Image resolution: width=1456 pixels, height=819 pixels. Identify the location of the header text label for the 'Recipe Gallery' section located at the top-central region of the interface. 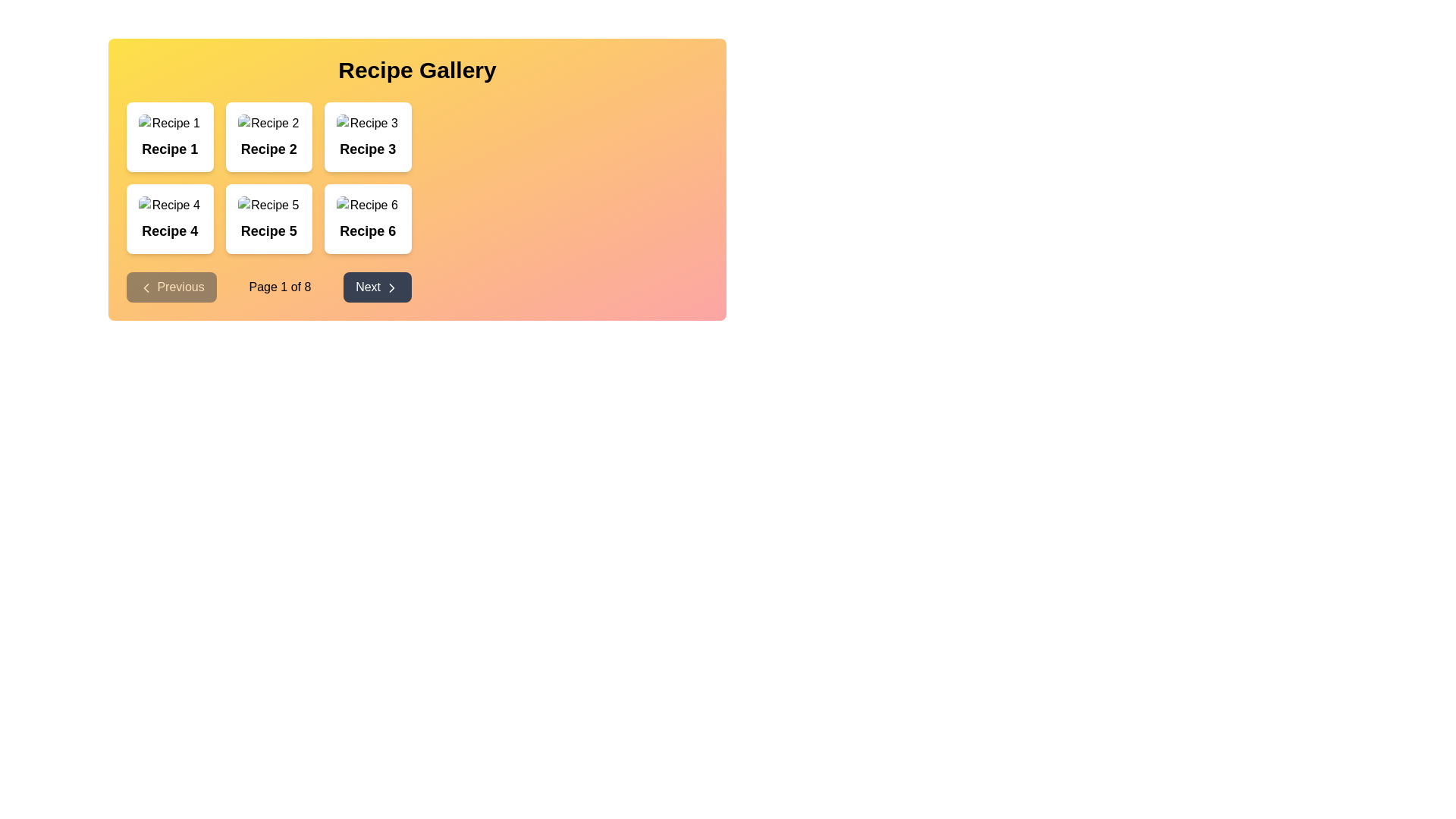
(417, 70).